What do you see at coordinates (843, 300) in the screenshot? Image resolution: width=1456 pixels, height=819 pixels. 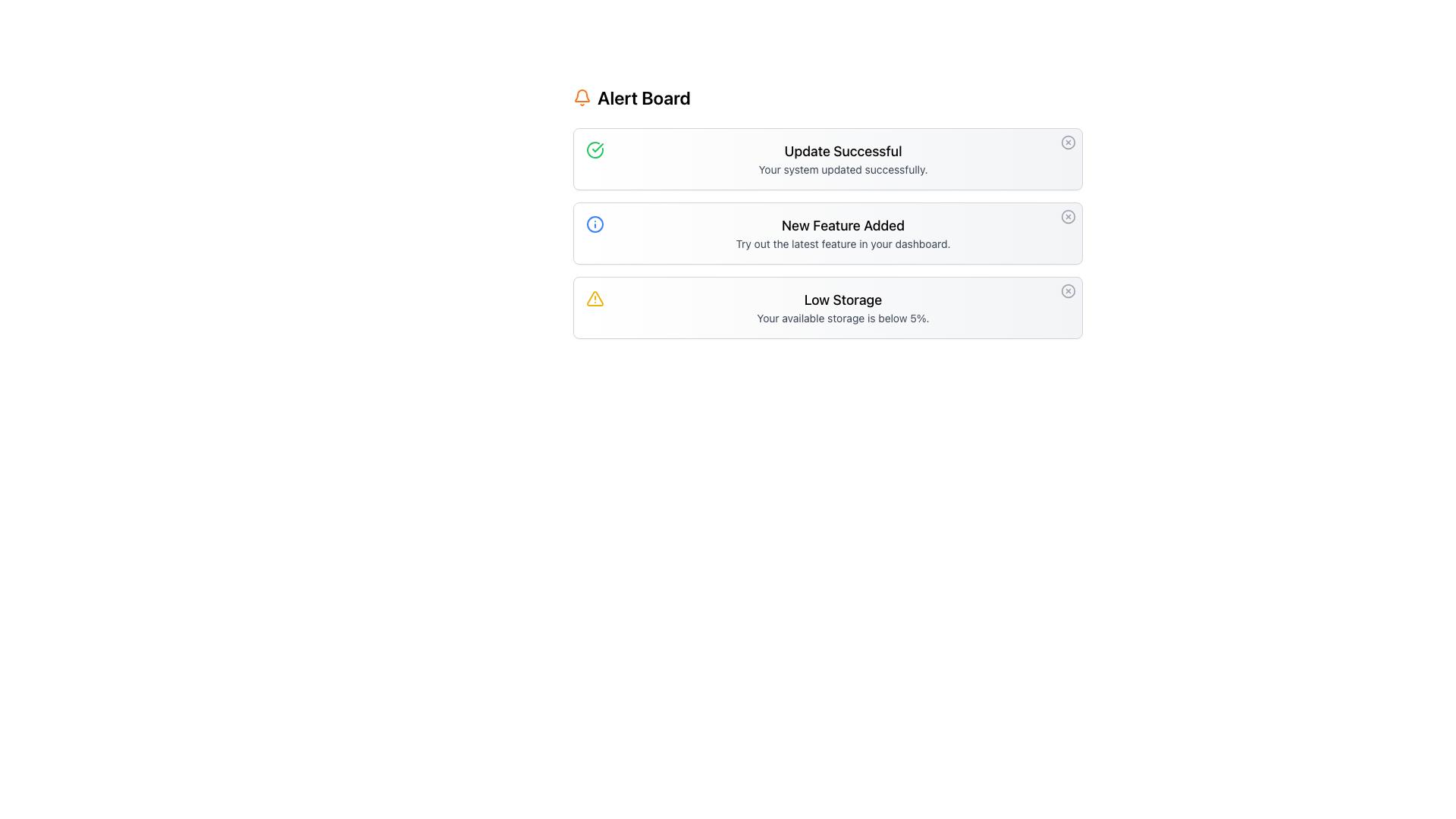 I see `the bolded header text 'Low Storage' within the alert card that indicates storage status` at bounding box center [843, 300].